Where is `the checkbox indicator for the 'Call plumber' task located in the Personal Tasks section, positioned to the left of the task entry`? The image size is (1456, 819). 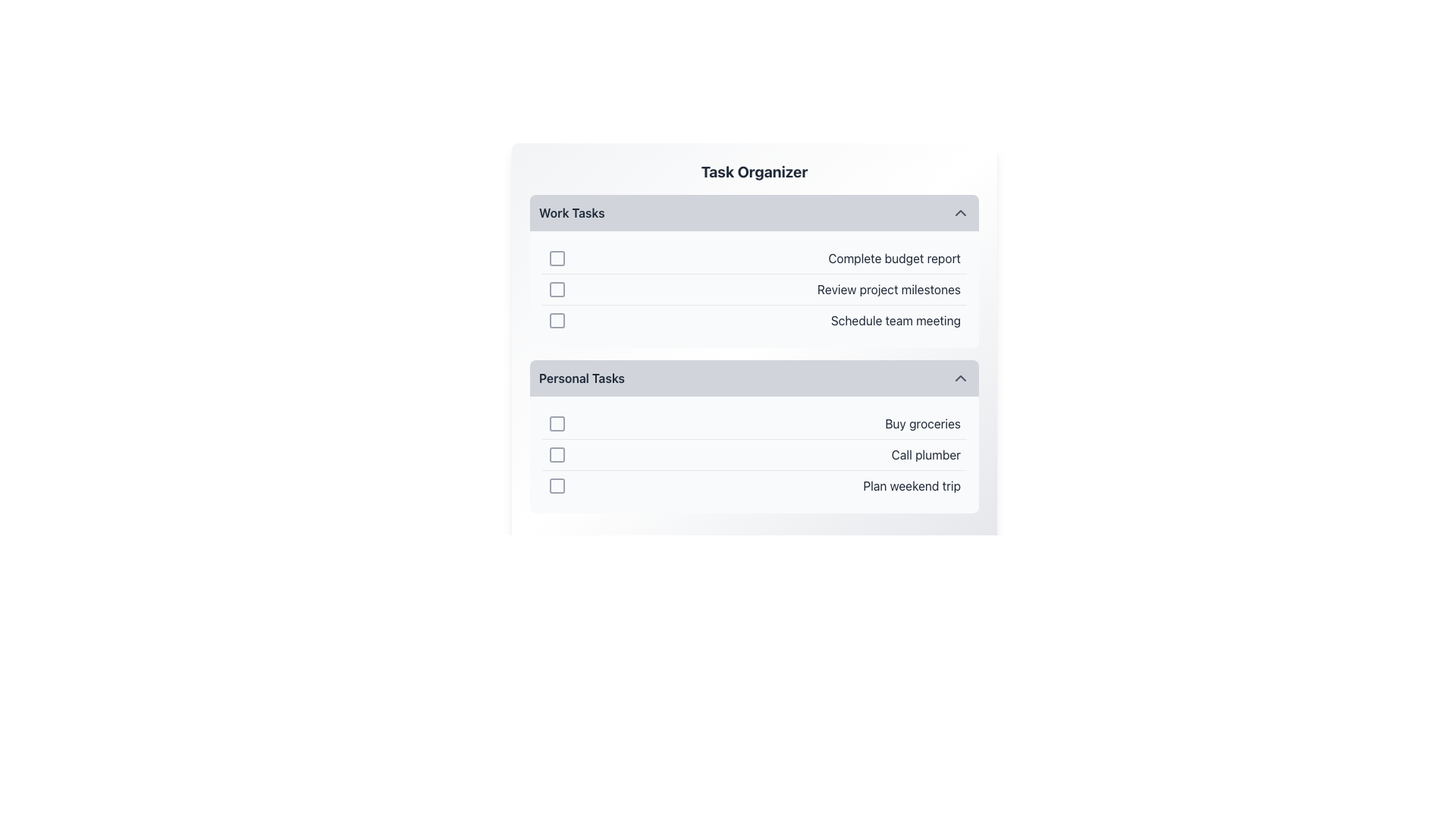
the checkbox indicator for the 'Call plumber' task located in the Personal Tasks section, positioned to the left of the task entry is located at coordinates (556, 454).